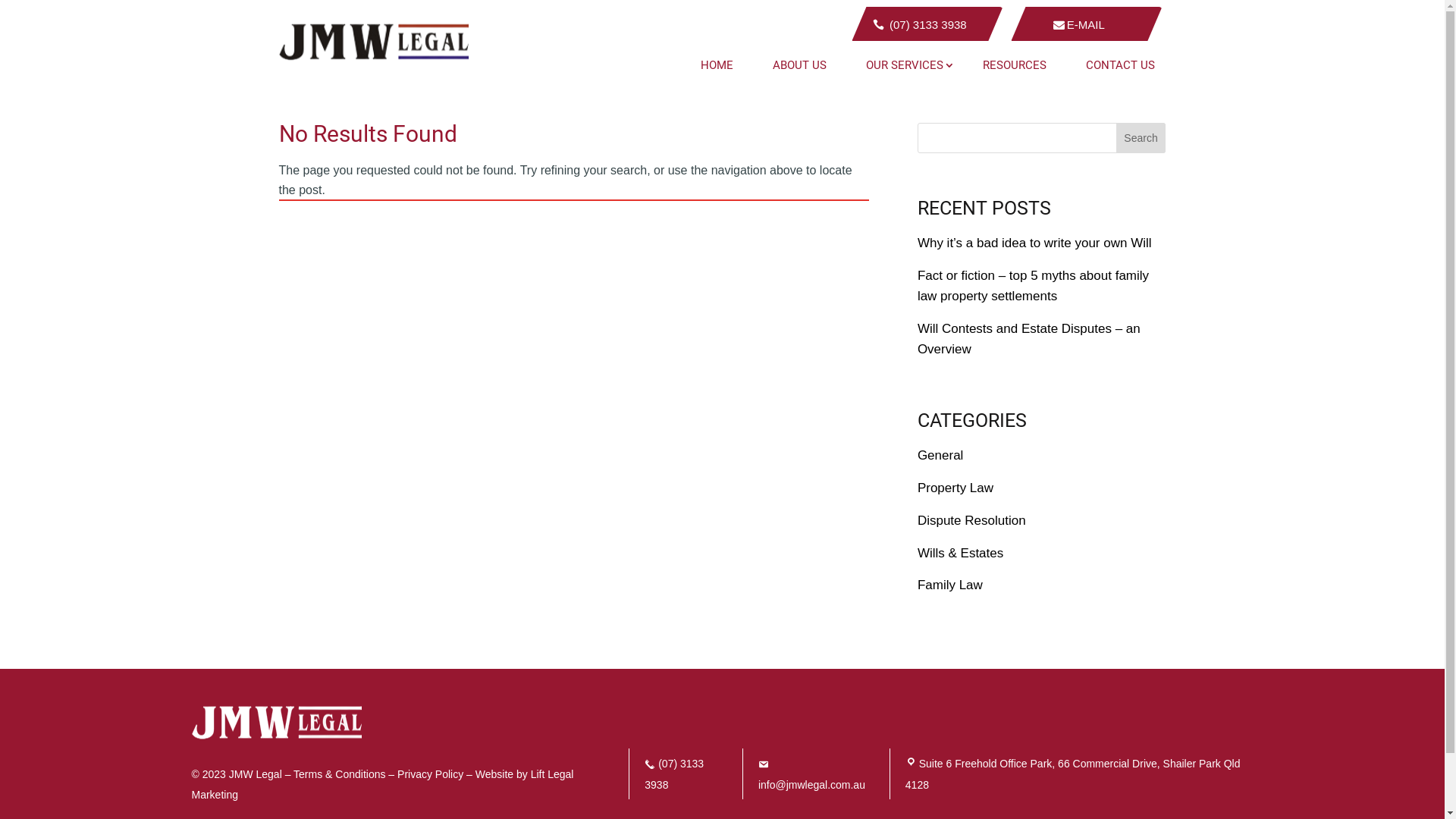 The width and height of the screenshot is (1456, 819). What do you see at coordinates (1009, 24) in the screenshot?
I see `'E-MAIL'` at bounding box center [1009, 24].